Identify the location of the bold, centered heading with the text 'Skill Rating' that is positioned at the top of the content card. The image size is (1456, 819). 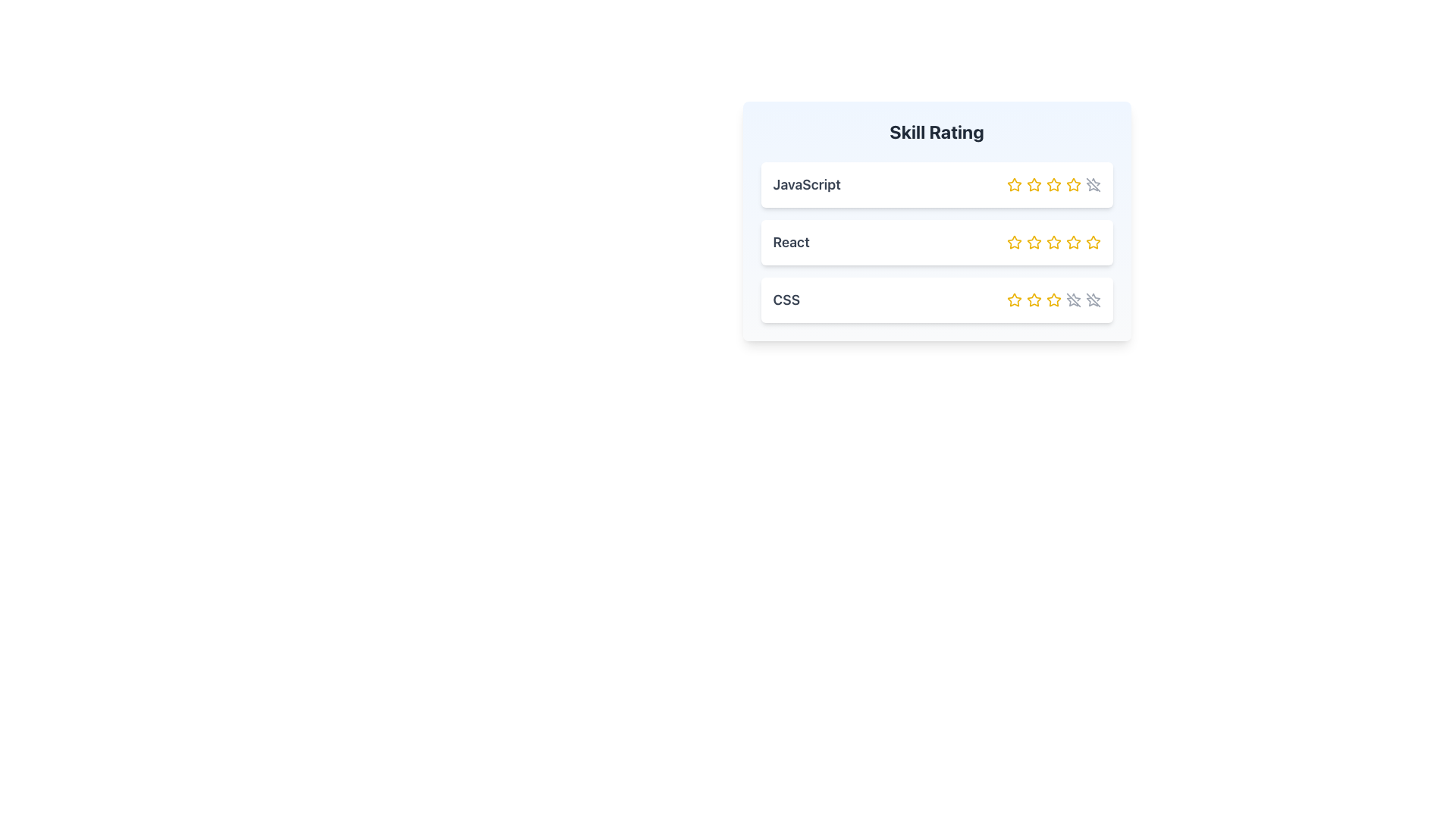
(936, 130).